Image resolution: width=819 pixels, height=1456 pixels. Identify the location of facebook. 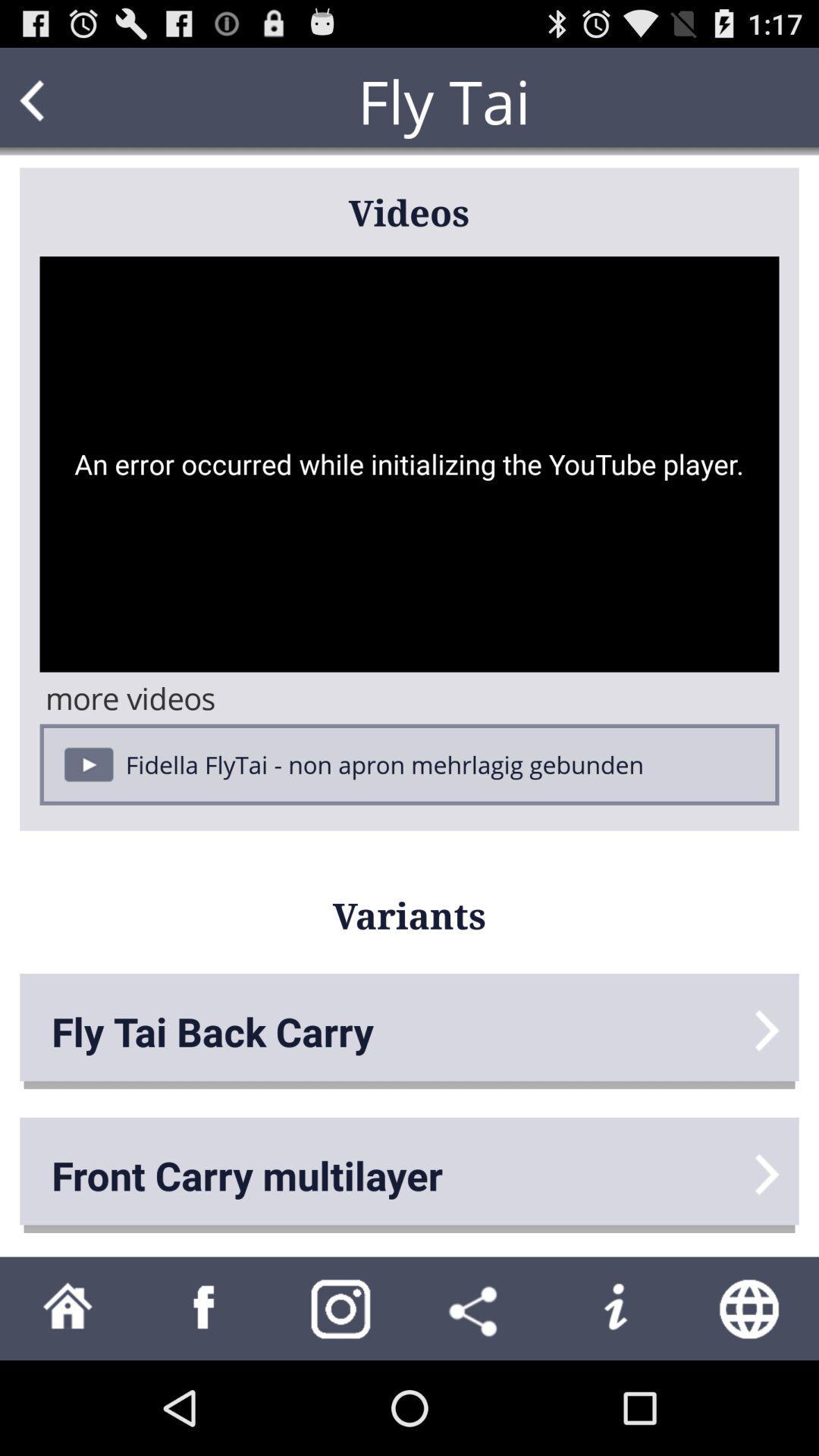
(205, 1307).